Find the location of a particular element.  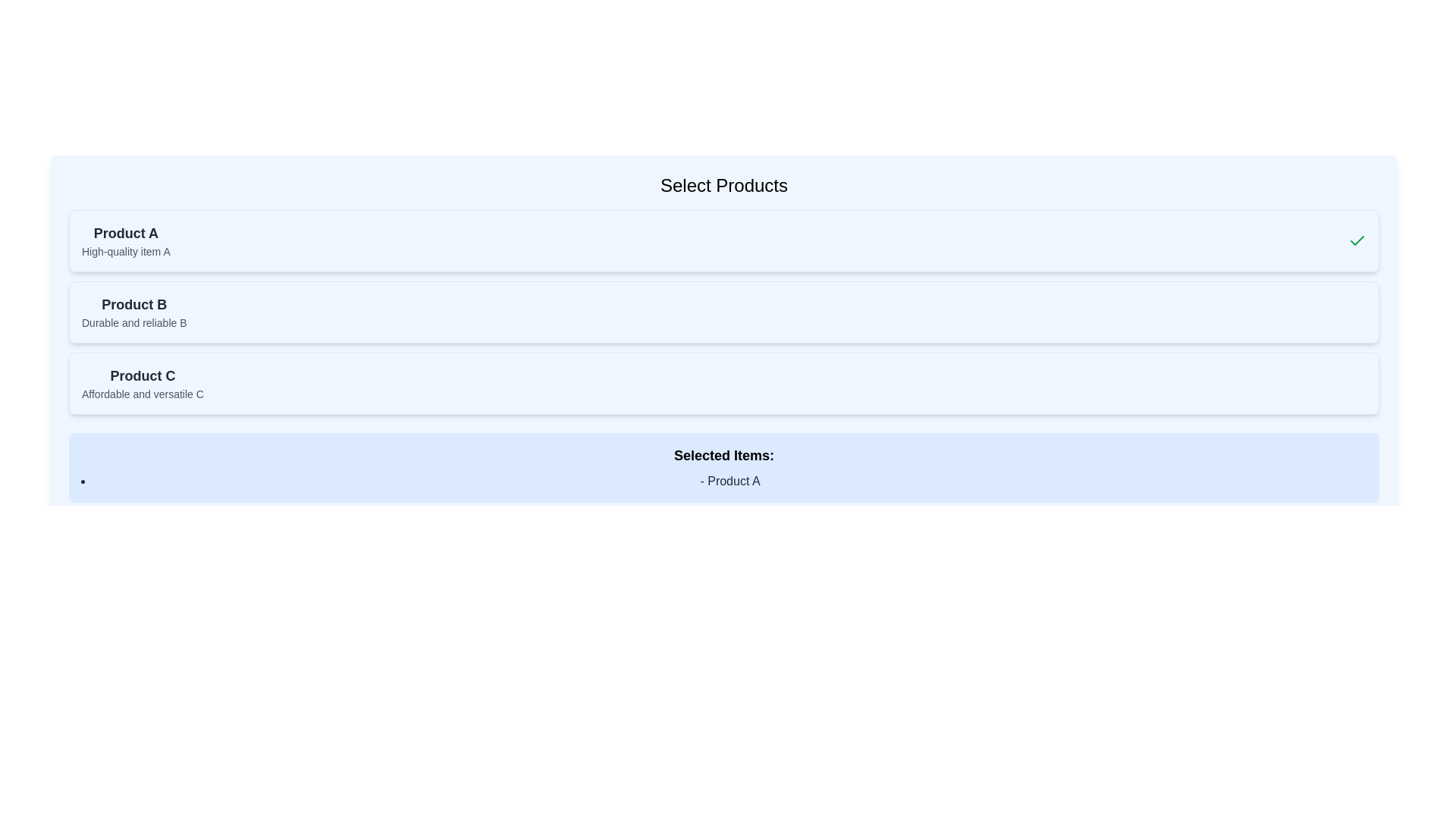

the product card that contains a title and description, located second in a vertical list is located at coordinates (723, 312).